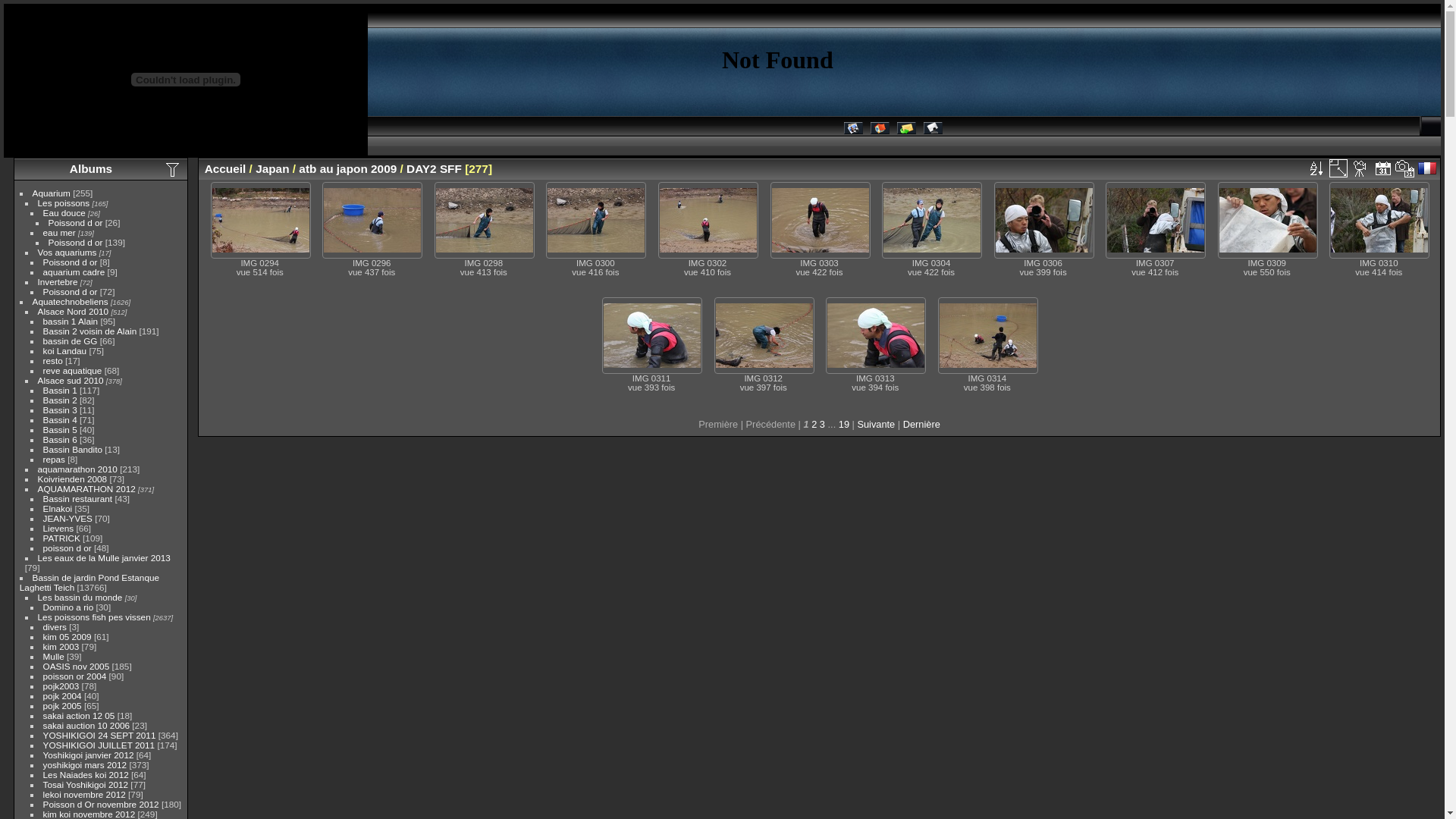 This screenshot has height=819, width=1456. What do you see at coordinates (89, 330) in the screenshot?
I see `'Bassin 2 voisin de Alain'` at bounding box center [89, 330].